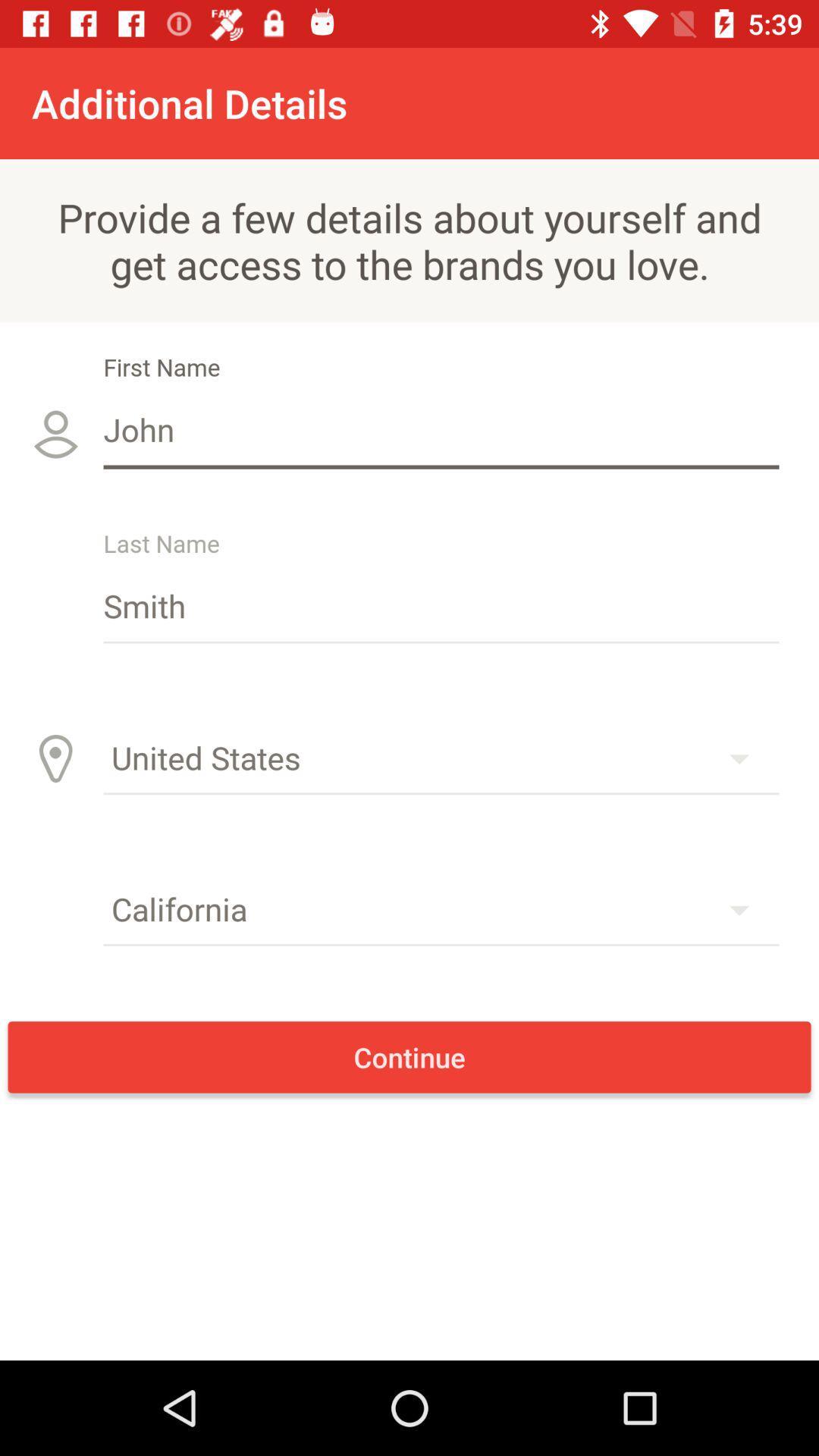 This screenshot has height=1456, width=819. Describe the element at coordinates (441, 604) in the screenshot. I see `the smith` at that location.